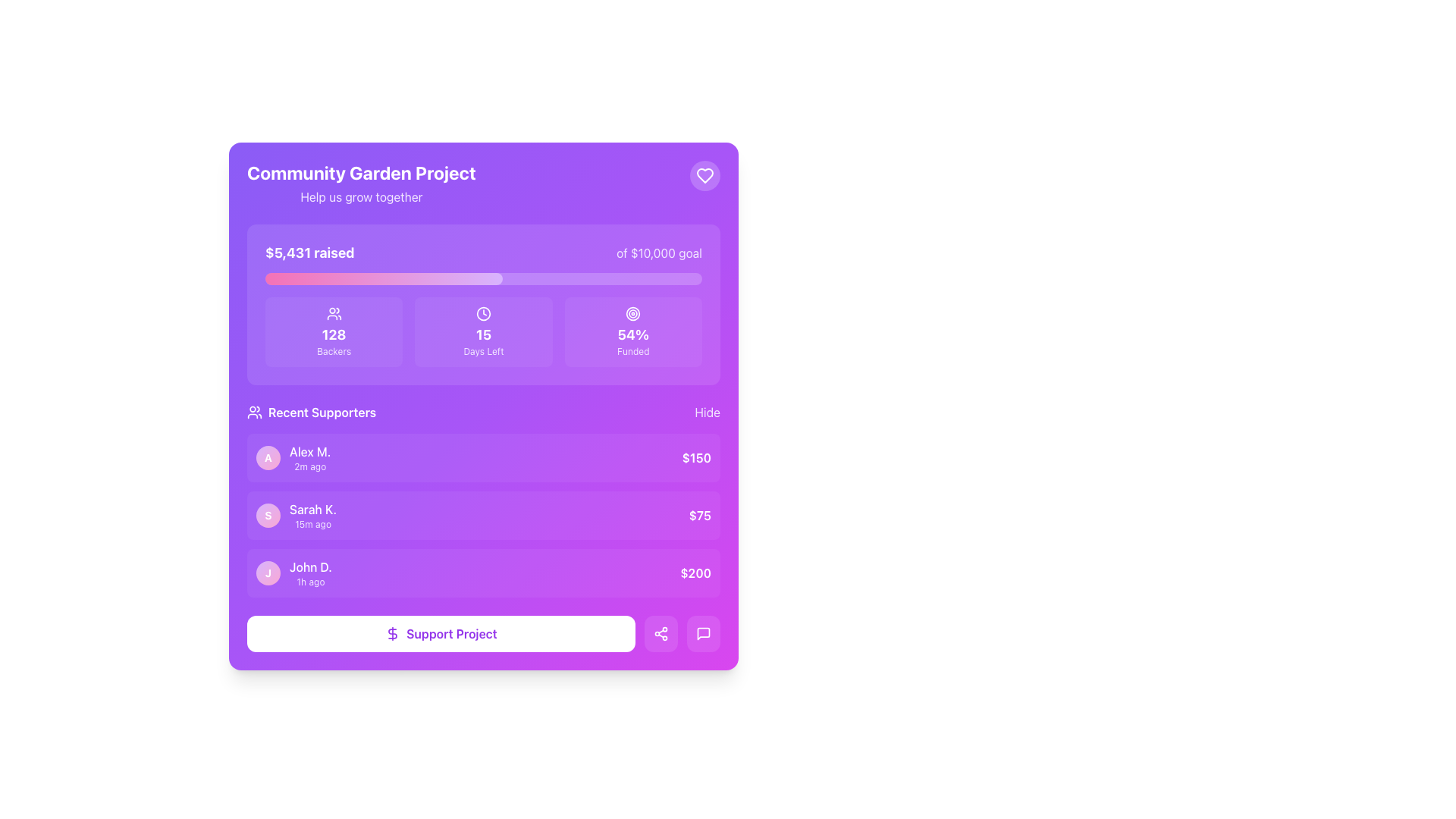 The height and width of the screenshot is (819, 1456). Describe the element at coordinates (309, 581) in the screenshot. I see `timestamp displayed as '1h ago' in a light purple text label located at the bottom-right corner of the block associated with user 'John D.'` at that location.